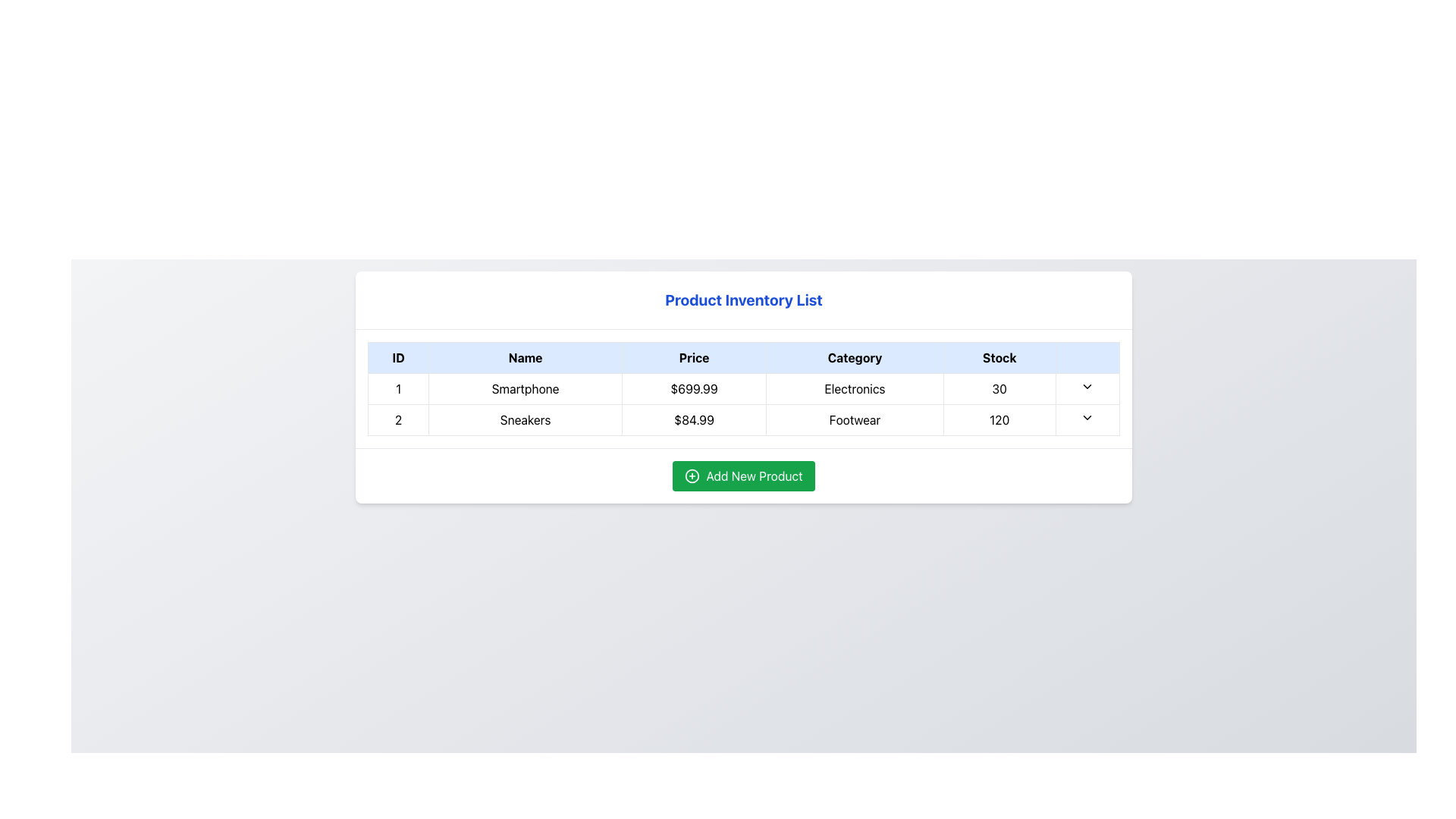 The height and width of the screenshot is (819, 1456). What do you see at coordinates (743, 388) in the screenshot?
I see `the first row of the product details table, which displays ID '1', Name 'Smartphone', Price '$699.99', Category 'Electronics', and Stock '30' for further action` at bounding box center [743, 388].